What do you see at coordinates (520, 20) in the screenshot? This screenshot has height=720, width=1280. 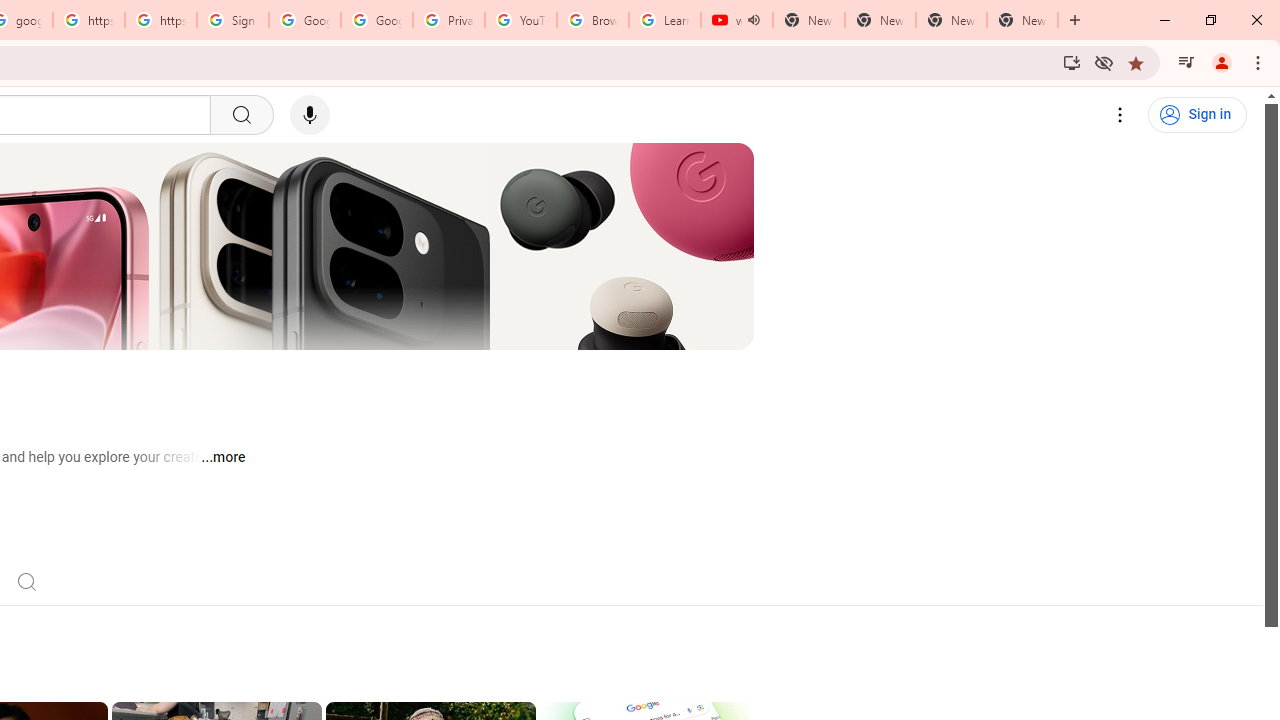 I see `'YouTube'` at bounding box center [520, 20].